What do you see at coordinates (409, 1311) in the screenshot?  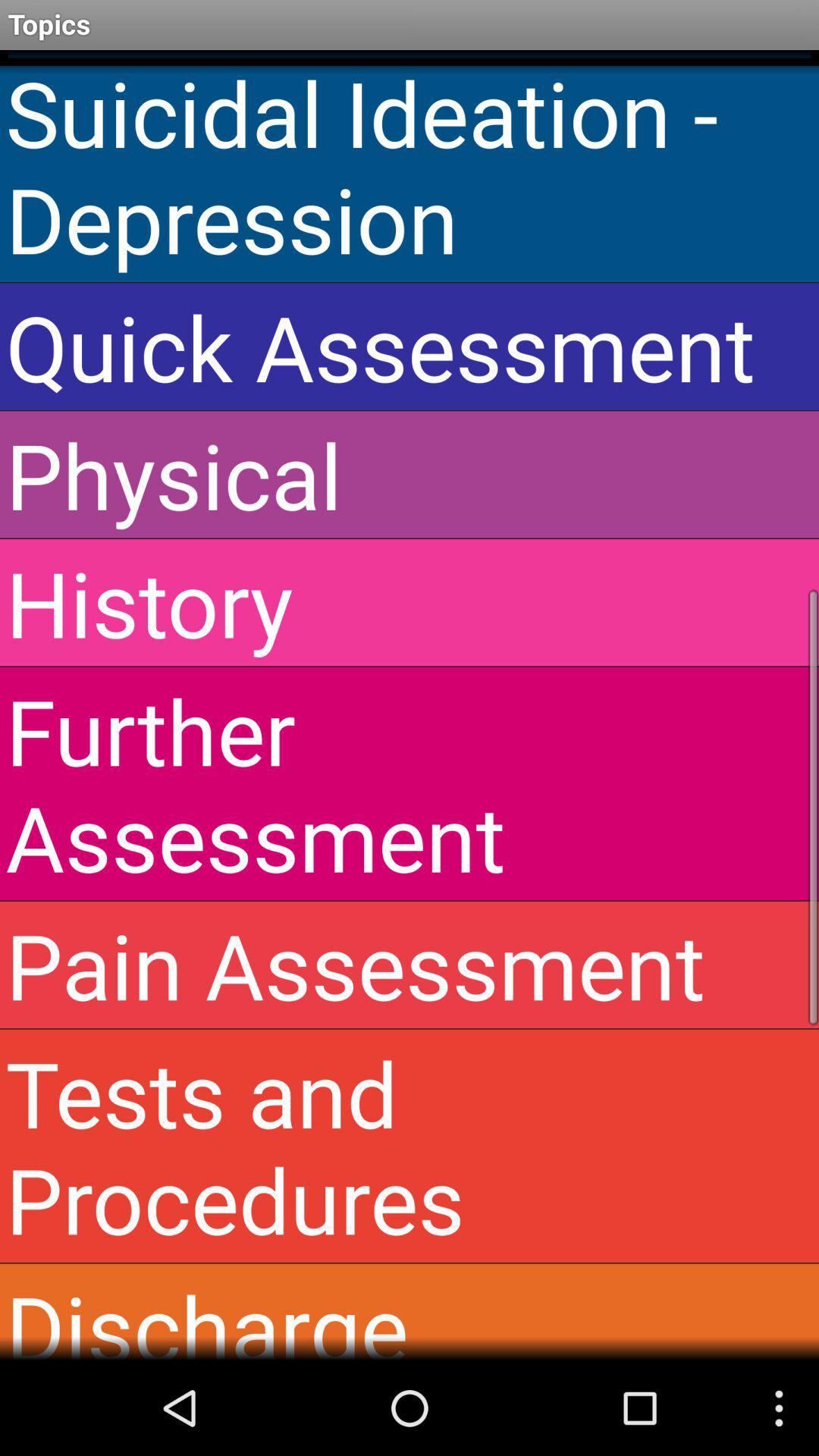 I see `the discharge instruction icon` at bounding box center [409, 1311].